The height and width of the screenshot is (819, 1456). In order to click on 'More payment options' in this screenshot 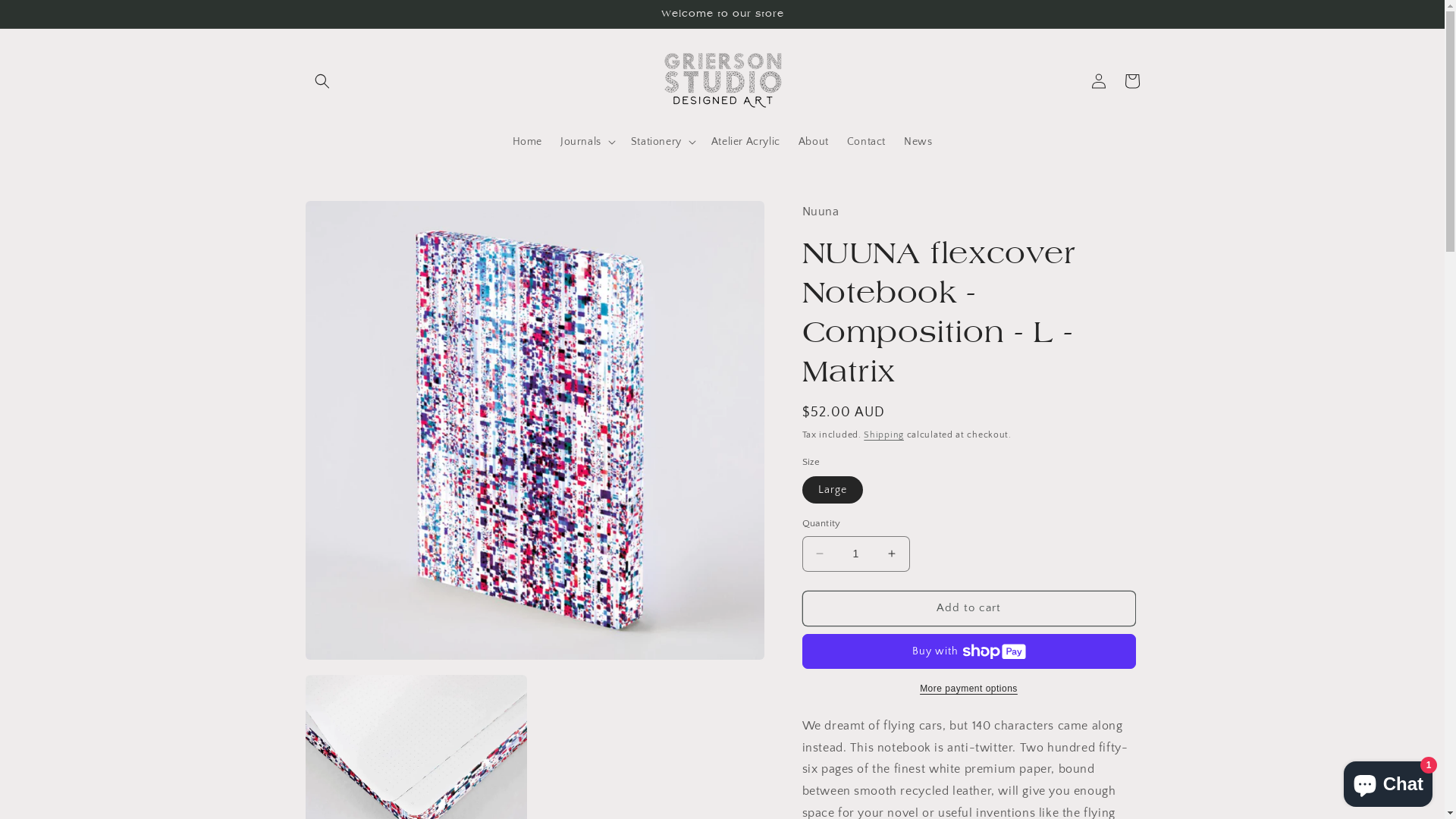, I will do `click(968, 688)`.